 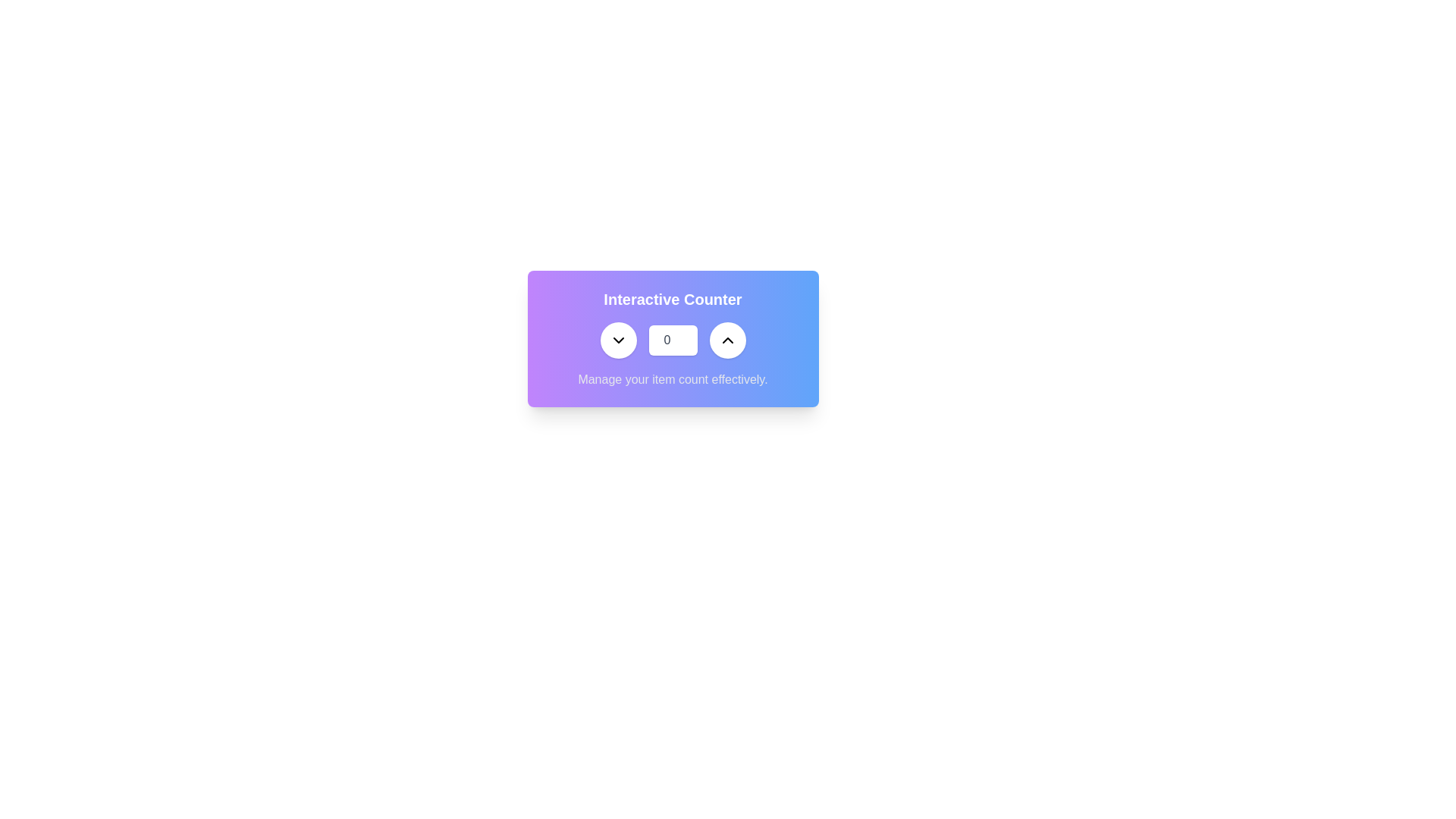 What do you see at coordinates (672, 299) in the screenshot?
I see `the 'Interactive Counter' text label, which is styled with a bold font and white color, located at the top of a rounded card against a gradient background transitioning from purple to blue` at bounding box center [672, 299].